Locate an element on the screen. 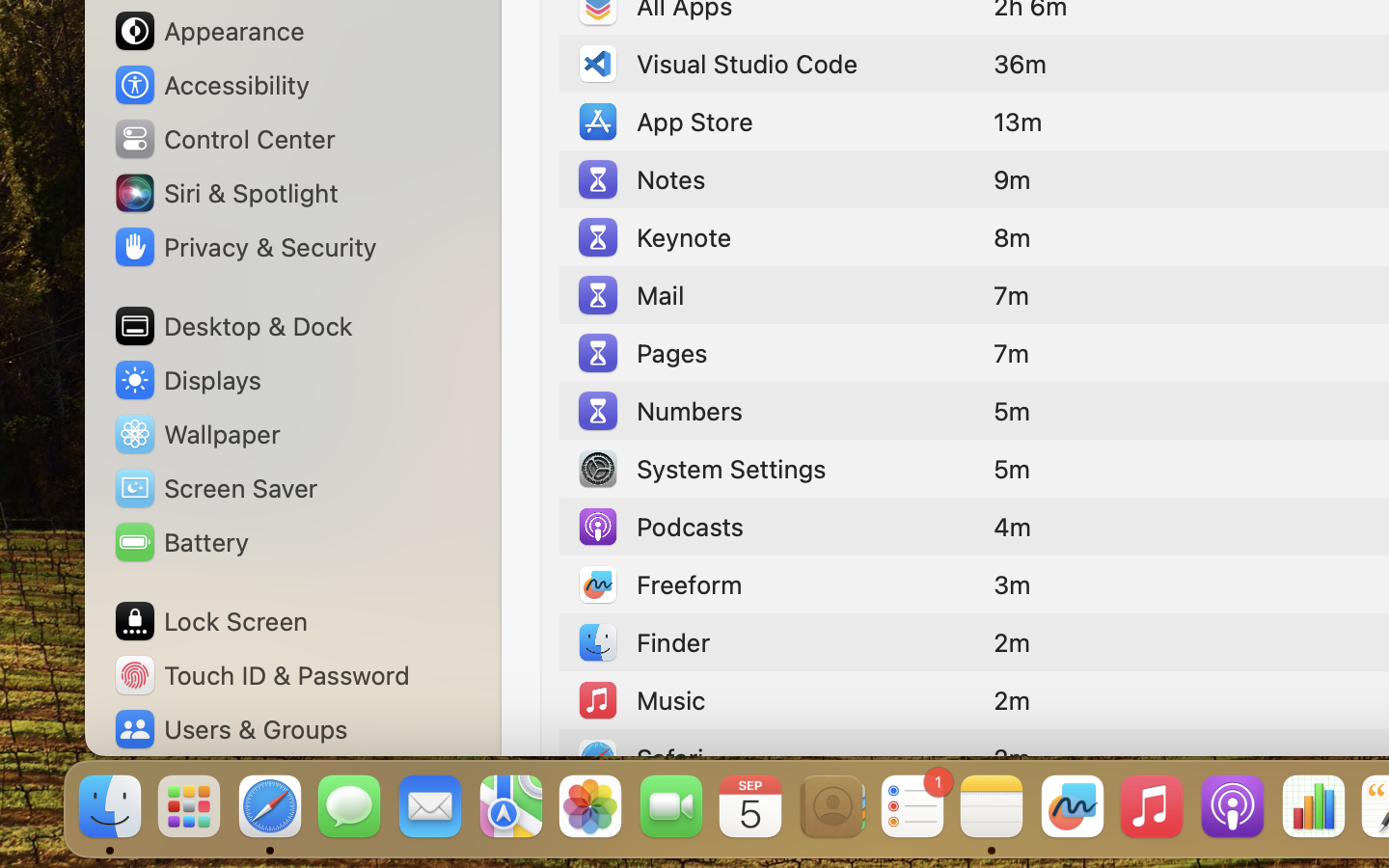  'Screen Saver' is located at coordinates (215, 486).